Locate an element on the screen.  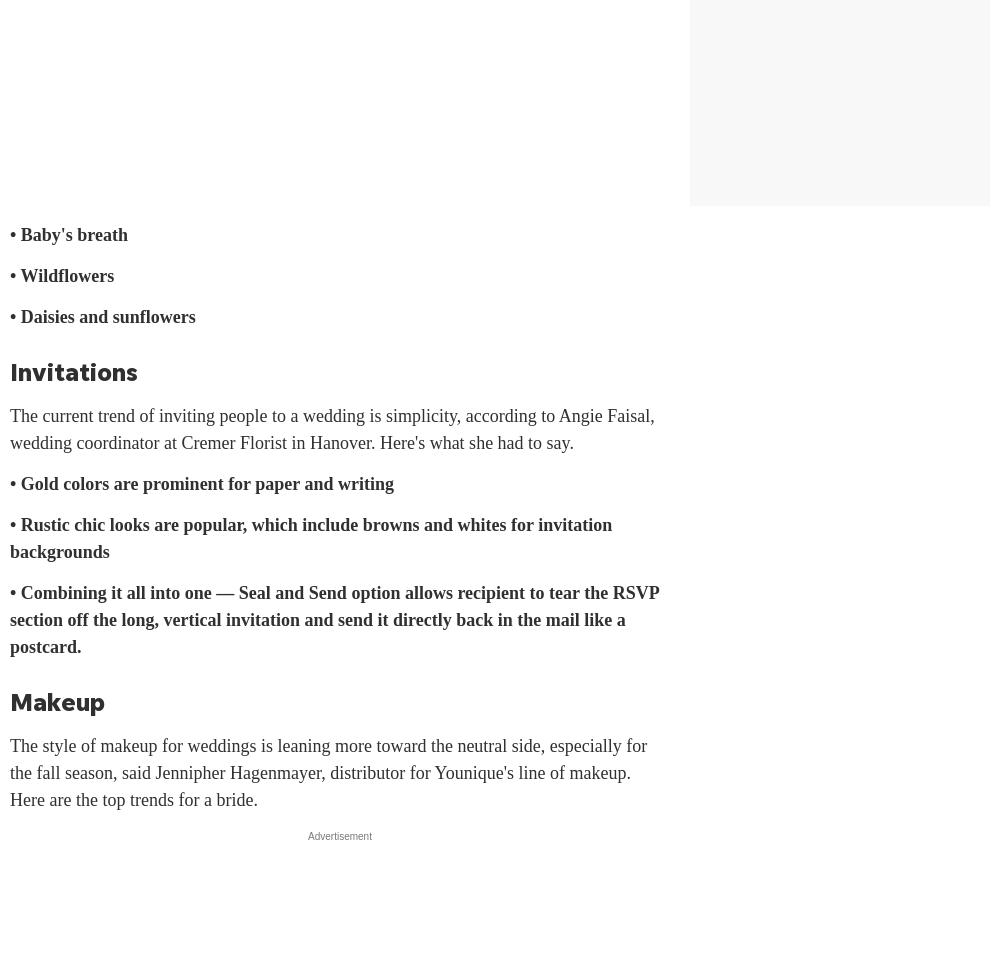
'• Combining it all into one — Seal and Send option allows recipient to tear the RSVP section off the long, vertical invitation and send it directly back in the mail like a postcard.' is located at coordinates (10, 620).